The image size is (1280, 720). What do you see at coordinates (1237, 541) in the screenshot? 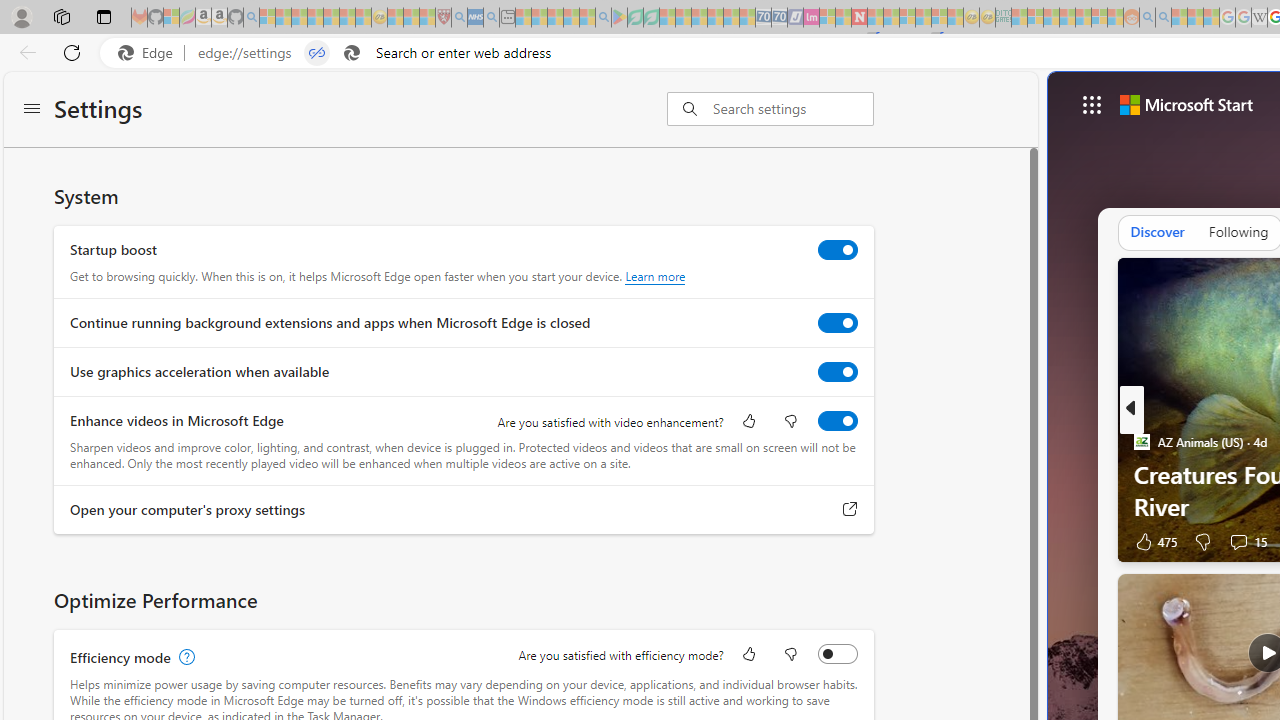
I see `'View comments 15 Comment'` at bounding box center [1237, 541].